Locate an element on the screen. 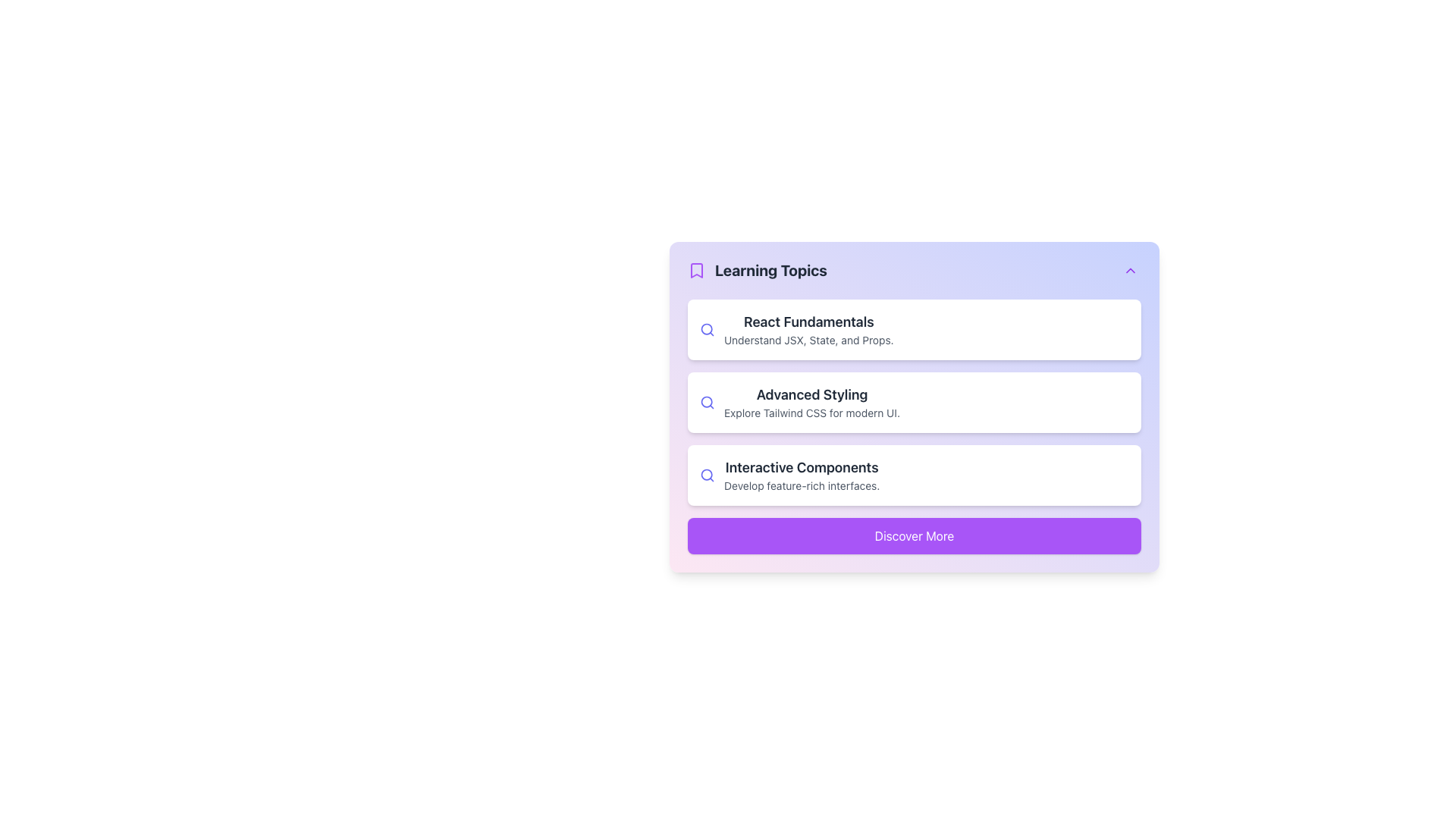 The width and height of the screenshot is (1456, 819). the list item labeled 'Advanced Styling' located is located at coordinates (913, 427).